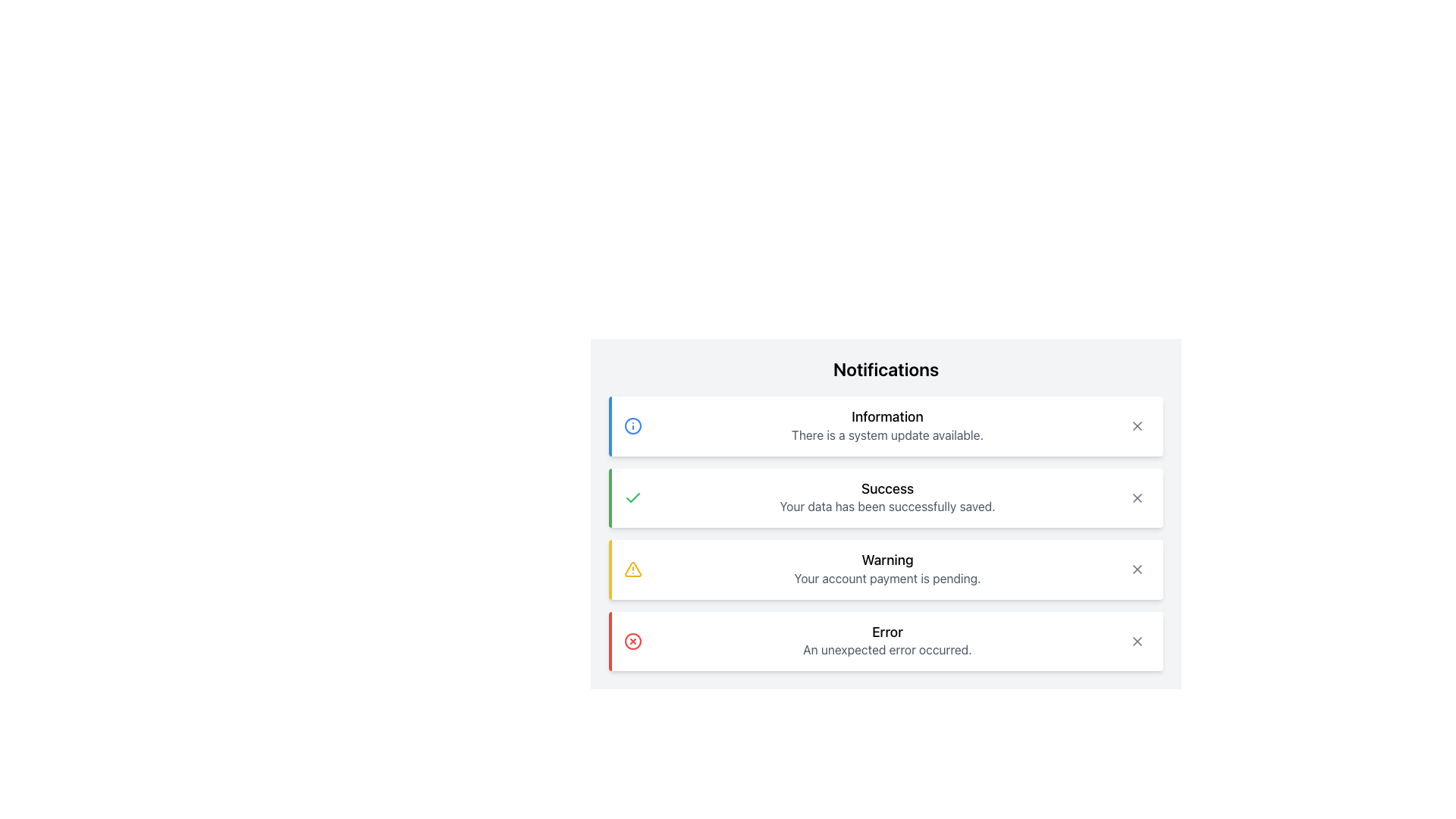 This screenshot has height=819, width=1456. I want to click on the text element that indicates 'Your account payment is pending.' located directly below the 'Warning' heading in the Notifications panel, so click(887, 578).